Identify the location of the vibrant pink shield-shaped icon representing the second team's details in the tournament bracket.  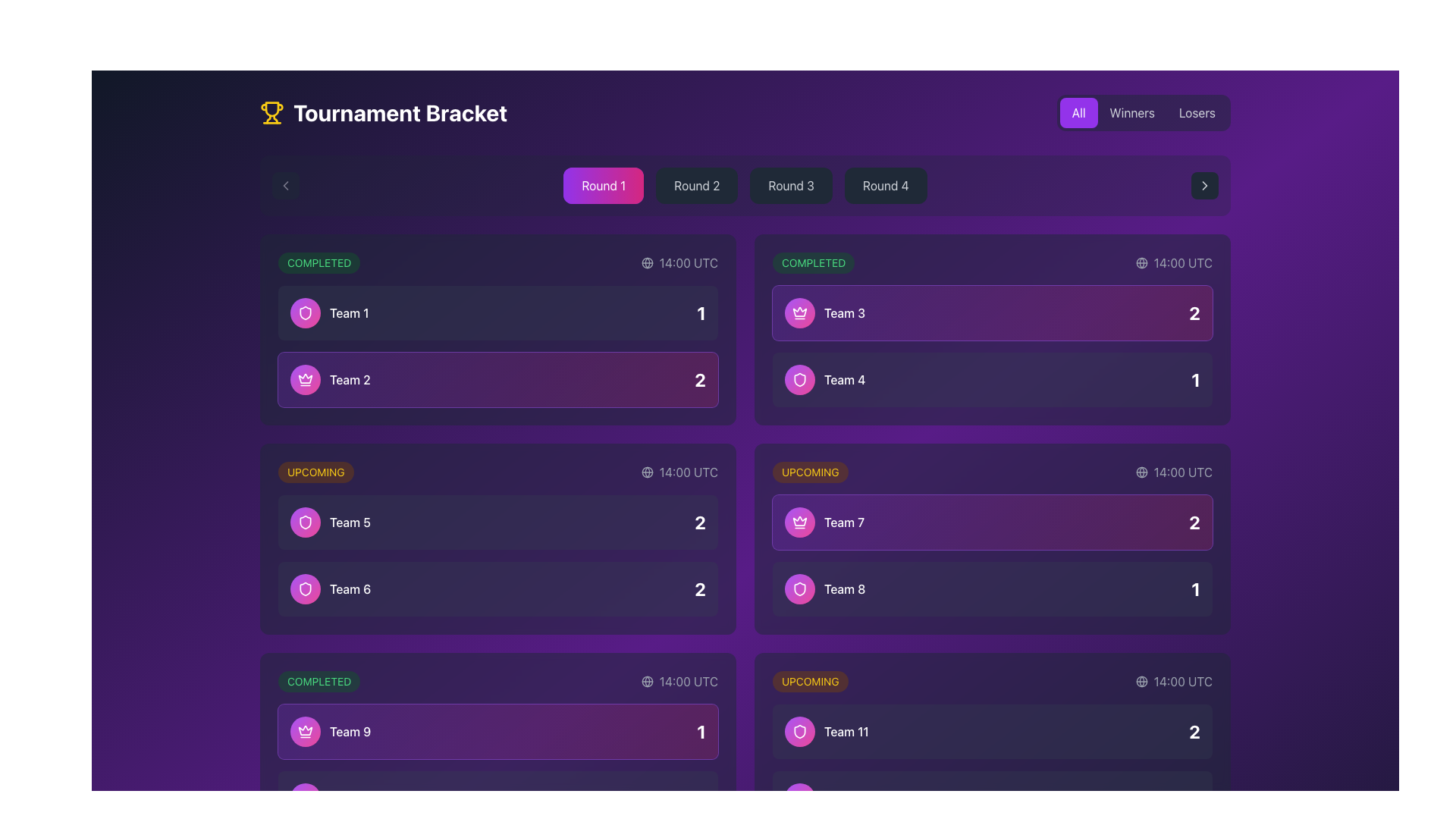
(799, 588).